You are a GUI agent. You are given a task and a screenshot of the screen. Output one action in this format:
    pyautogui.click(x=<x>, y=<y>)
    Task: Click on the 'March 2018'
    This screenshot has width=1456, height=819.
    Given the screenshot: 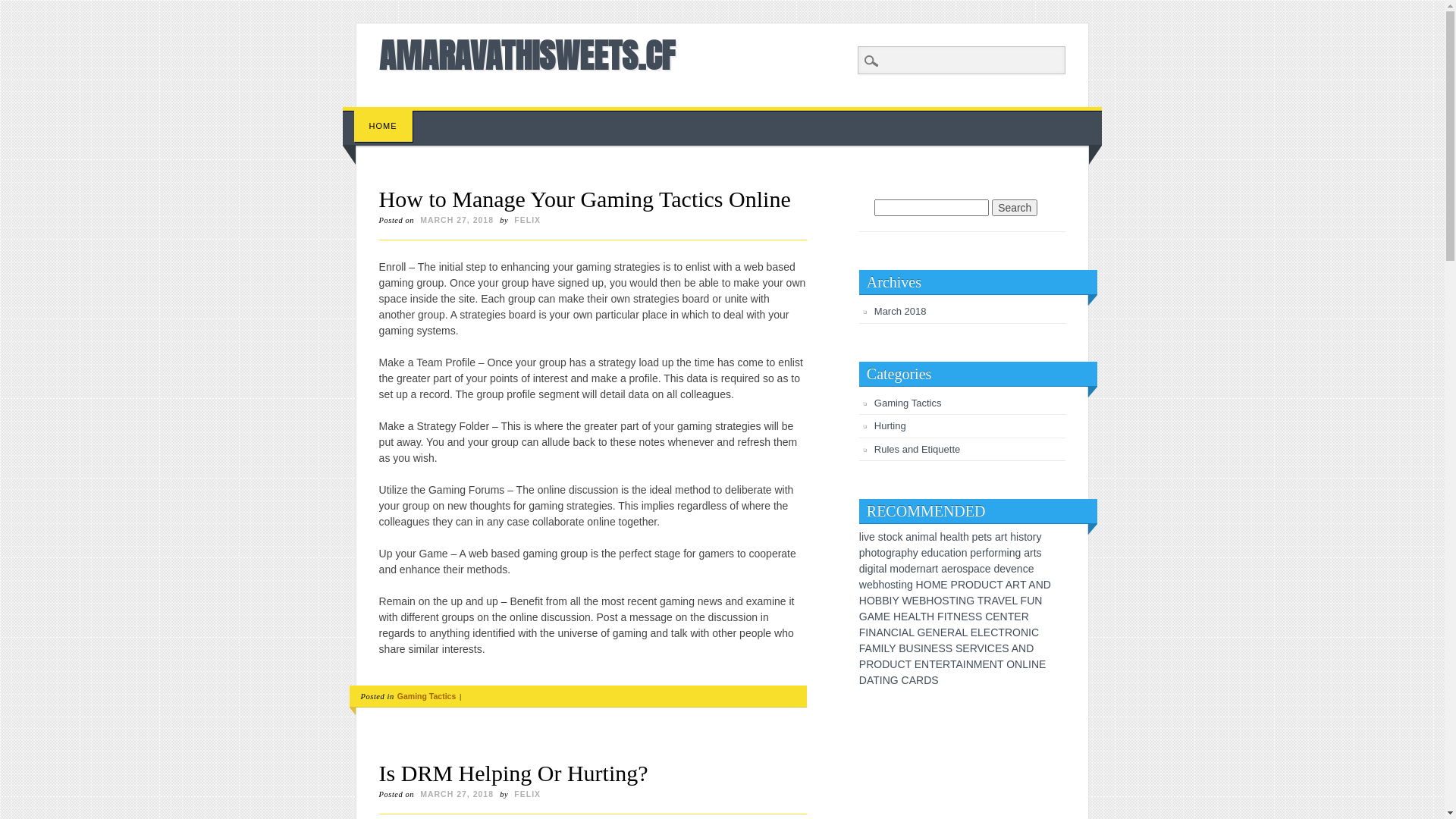 What is the action you would take?
    pyautogui.click(x=900, y=310)
    